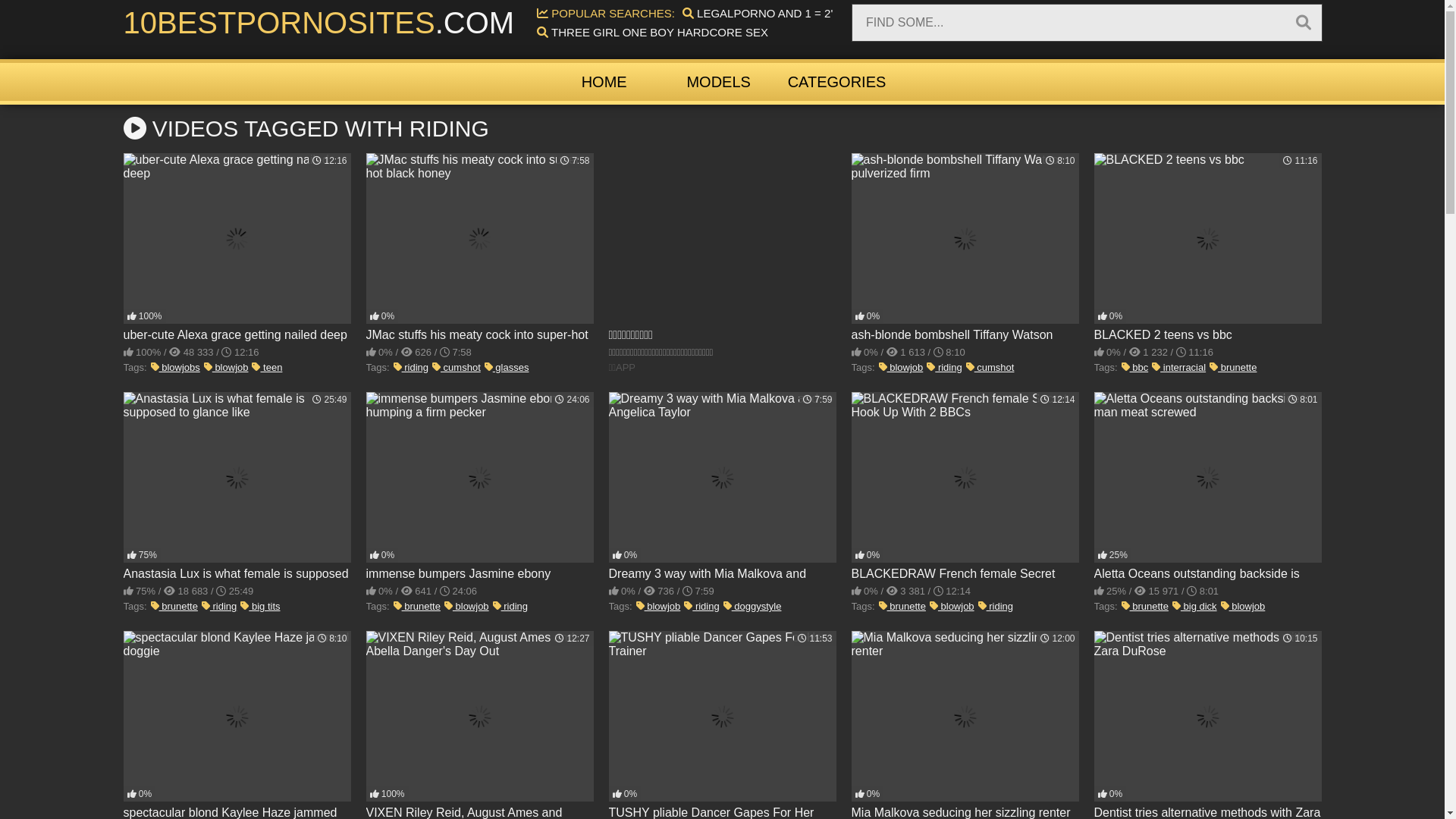  Describe the element at coordinates (266, 367) in the screenshot. I see `'teen'` at that location.